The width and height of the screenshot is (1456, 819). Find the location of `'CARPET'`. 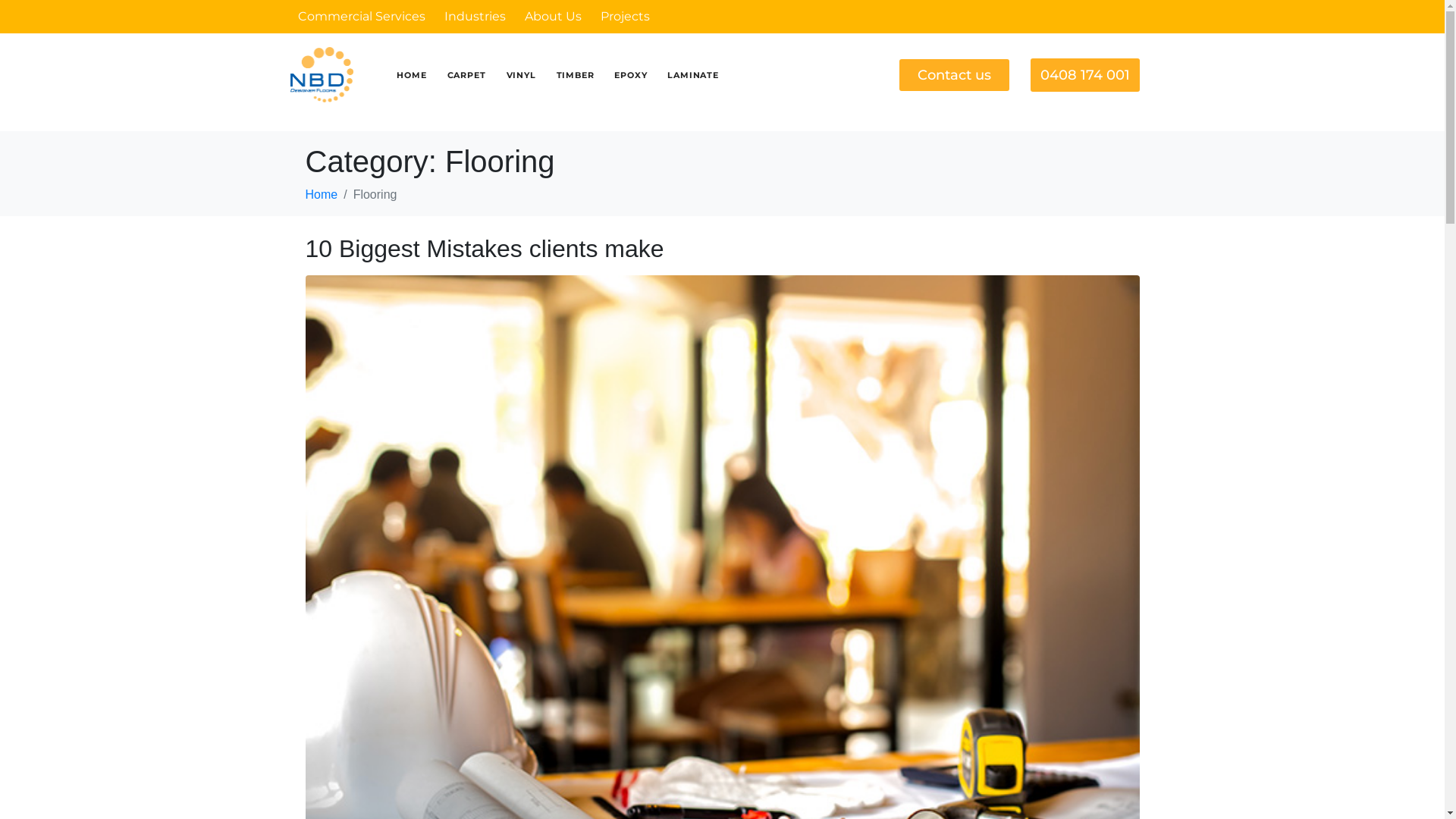

'CARPET' is located at coordinates (466, 75).